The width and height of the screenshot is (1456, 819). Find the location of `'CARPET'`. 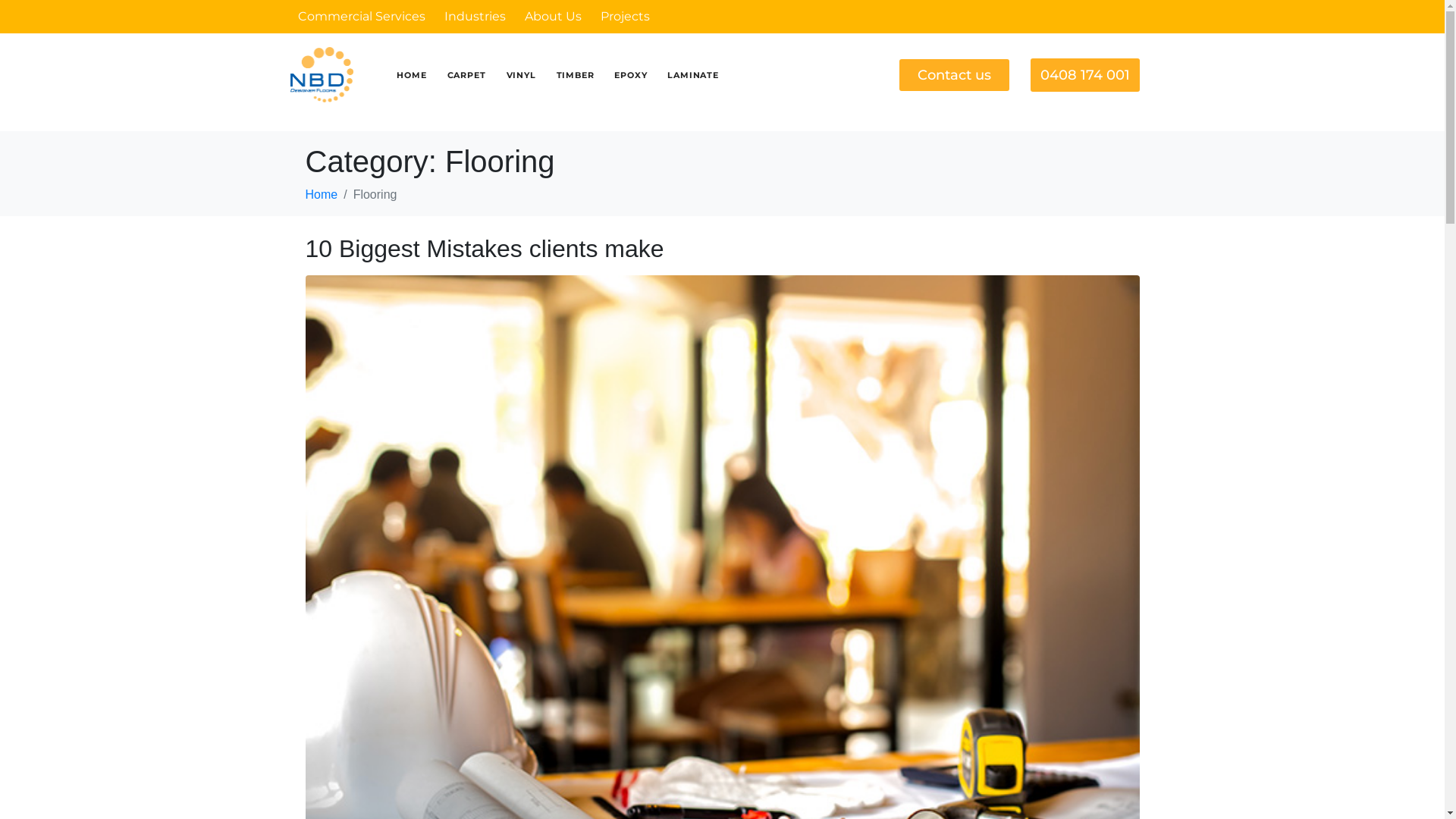

'CARPET' is located at coordinates (466, 75).